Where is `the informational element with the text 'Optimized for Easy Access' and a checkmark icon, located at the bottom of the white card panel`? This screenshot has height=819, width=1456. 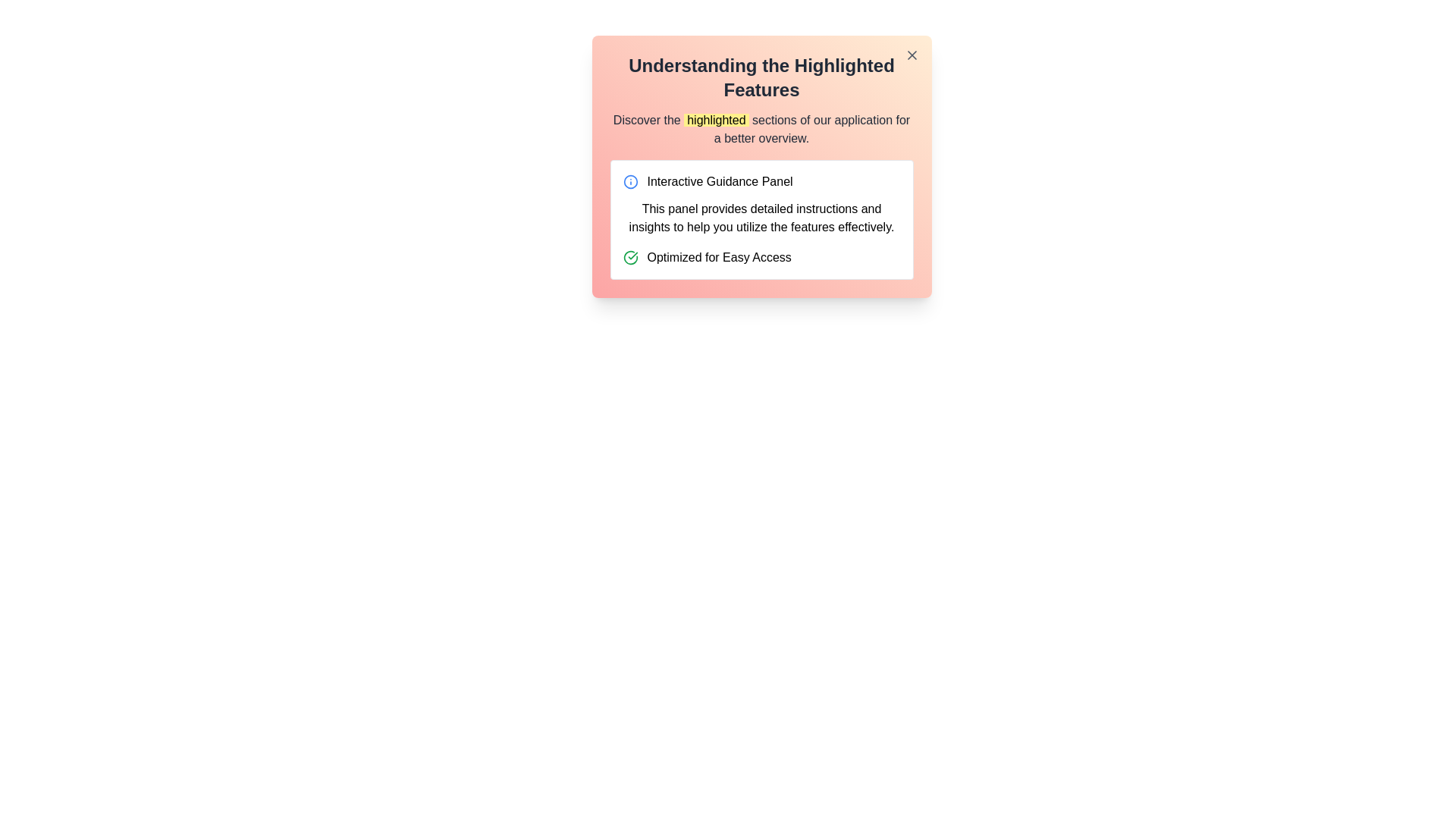 the informational element with the text 'Optimized for Easy Access' and a checkmark icon, located at the bottom of the white card panel is located at coordinates (761, 256).